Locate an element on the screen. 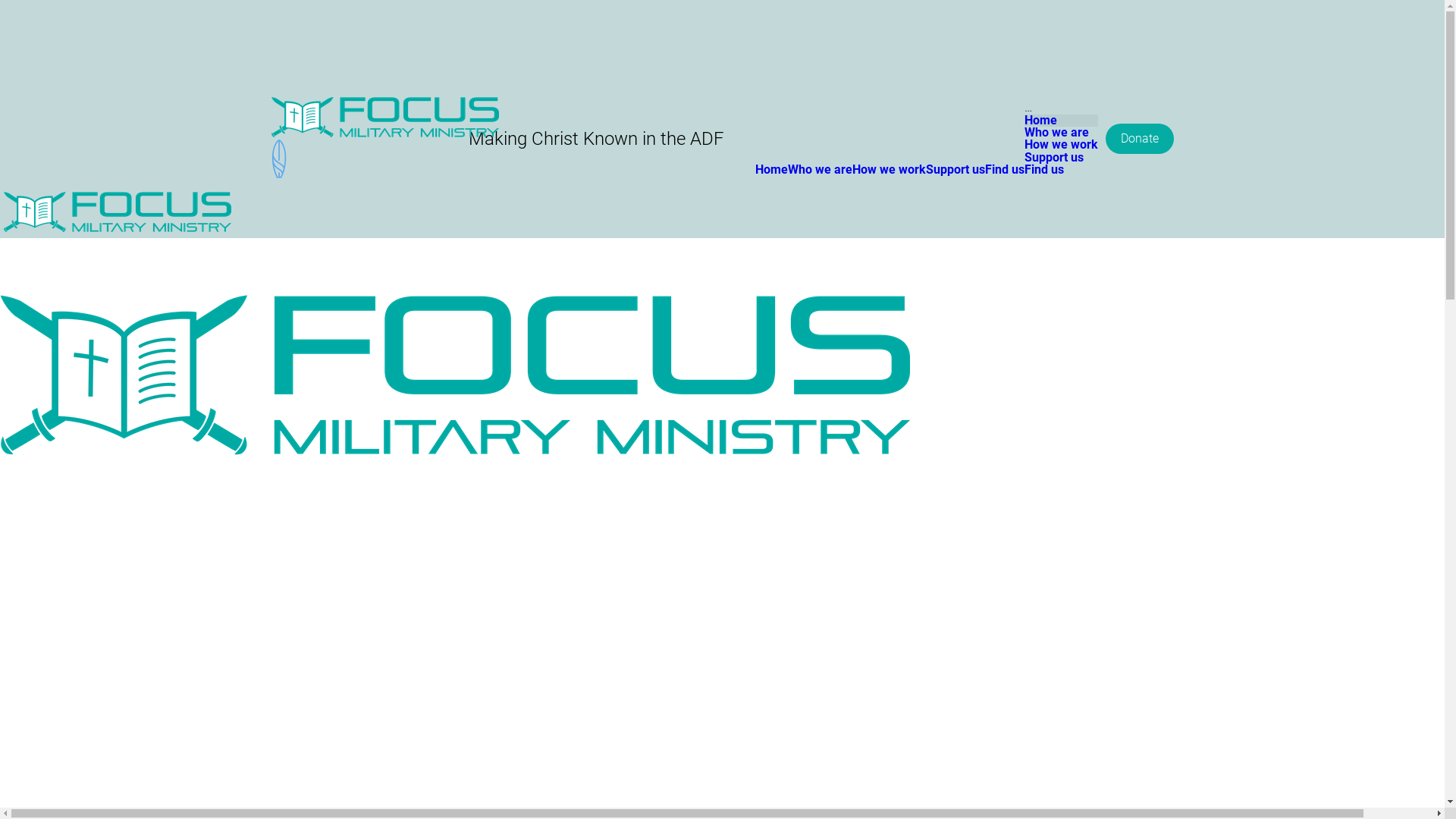 The width and height of the screenshot is (1456, 819). 'Donate' is located at coordinates (1106, 138).